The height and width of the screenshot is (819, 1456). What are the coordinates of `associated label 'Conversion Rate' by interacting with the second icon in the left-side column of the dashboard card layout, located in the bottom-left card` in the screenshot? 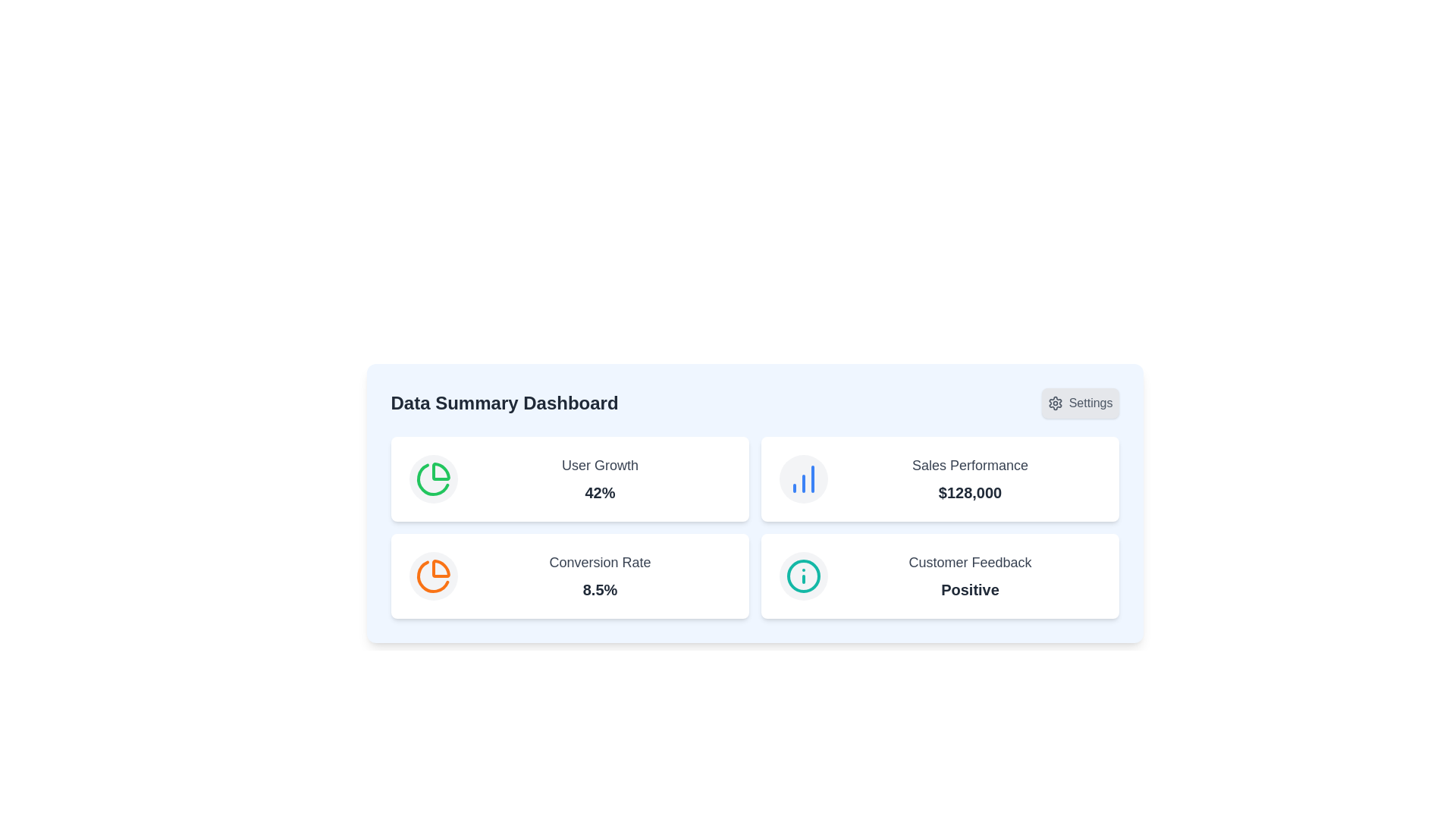 It's located at (432, 576).